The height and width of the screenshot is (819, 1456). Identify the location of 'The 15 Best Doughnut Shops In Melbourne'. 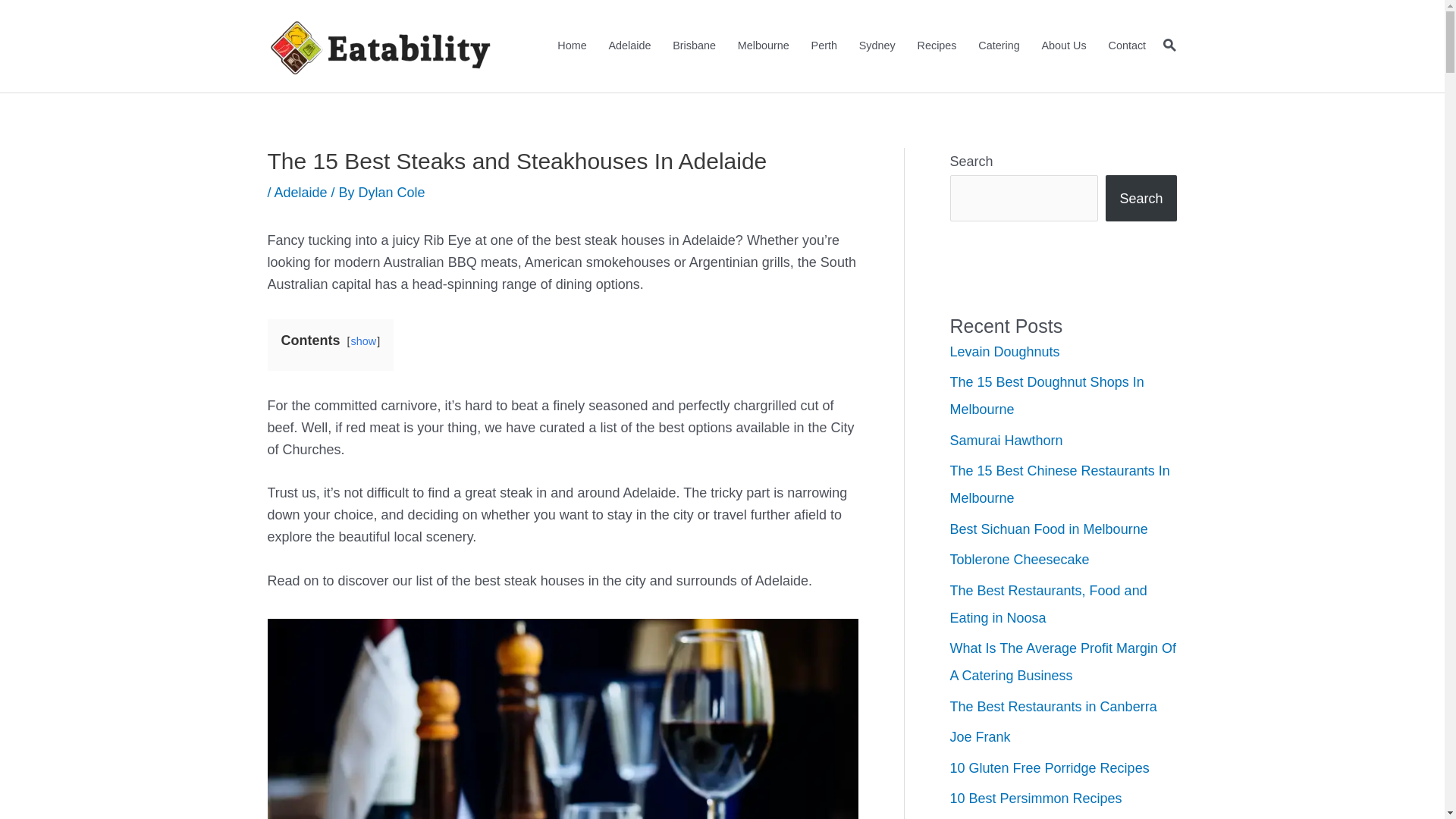
(1046, 394).